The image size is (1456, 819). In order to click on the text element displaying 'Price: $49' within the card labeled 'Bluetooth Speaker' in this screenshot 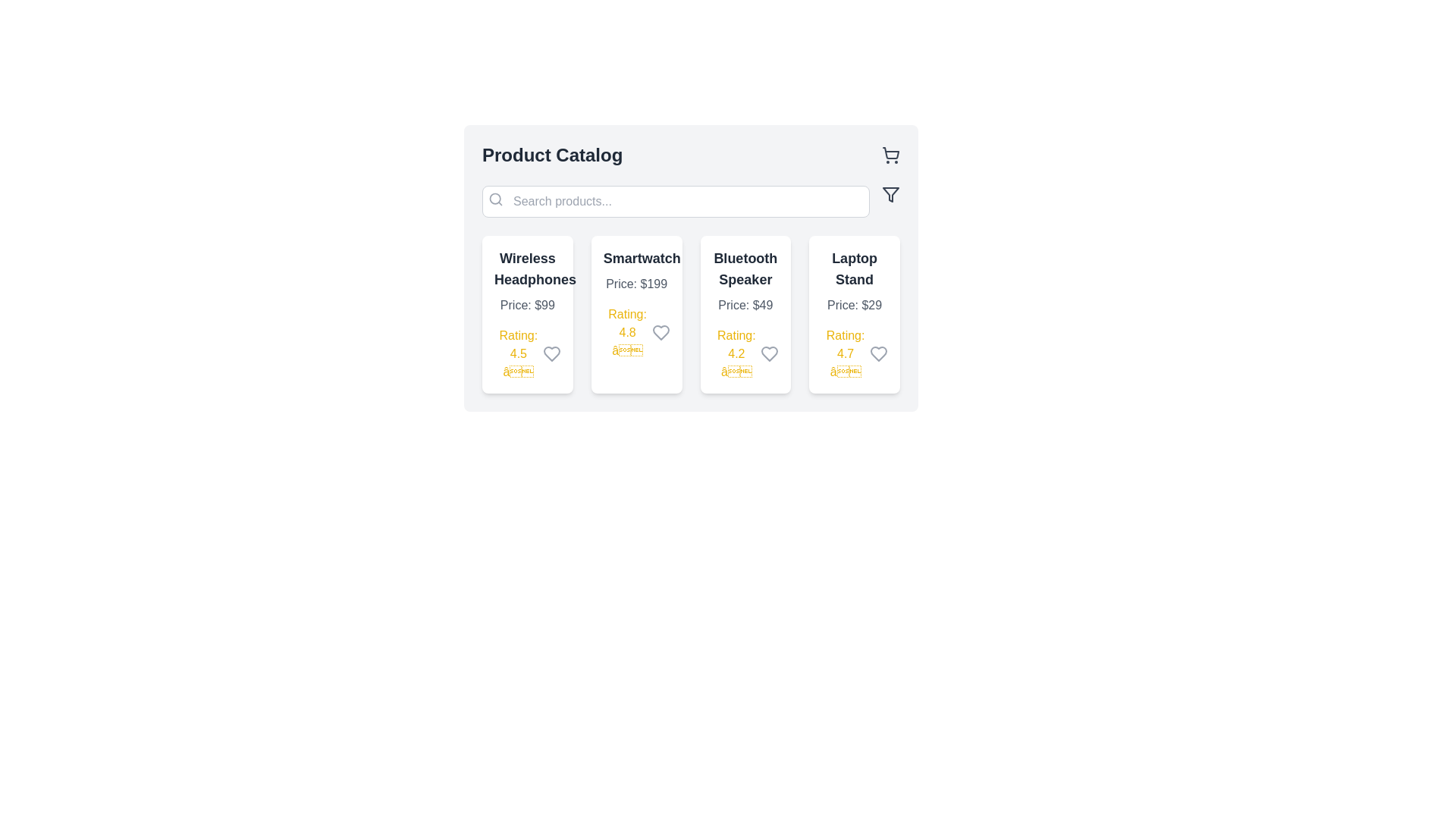, I will do `click(745, 305)`.